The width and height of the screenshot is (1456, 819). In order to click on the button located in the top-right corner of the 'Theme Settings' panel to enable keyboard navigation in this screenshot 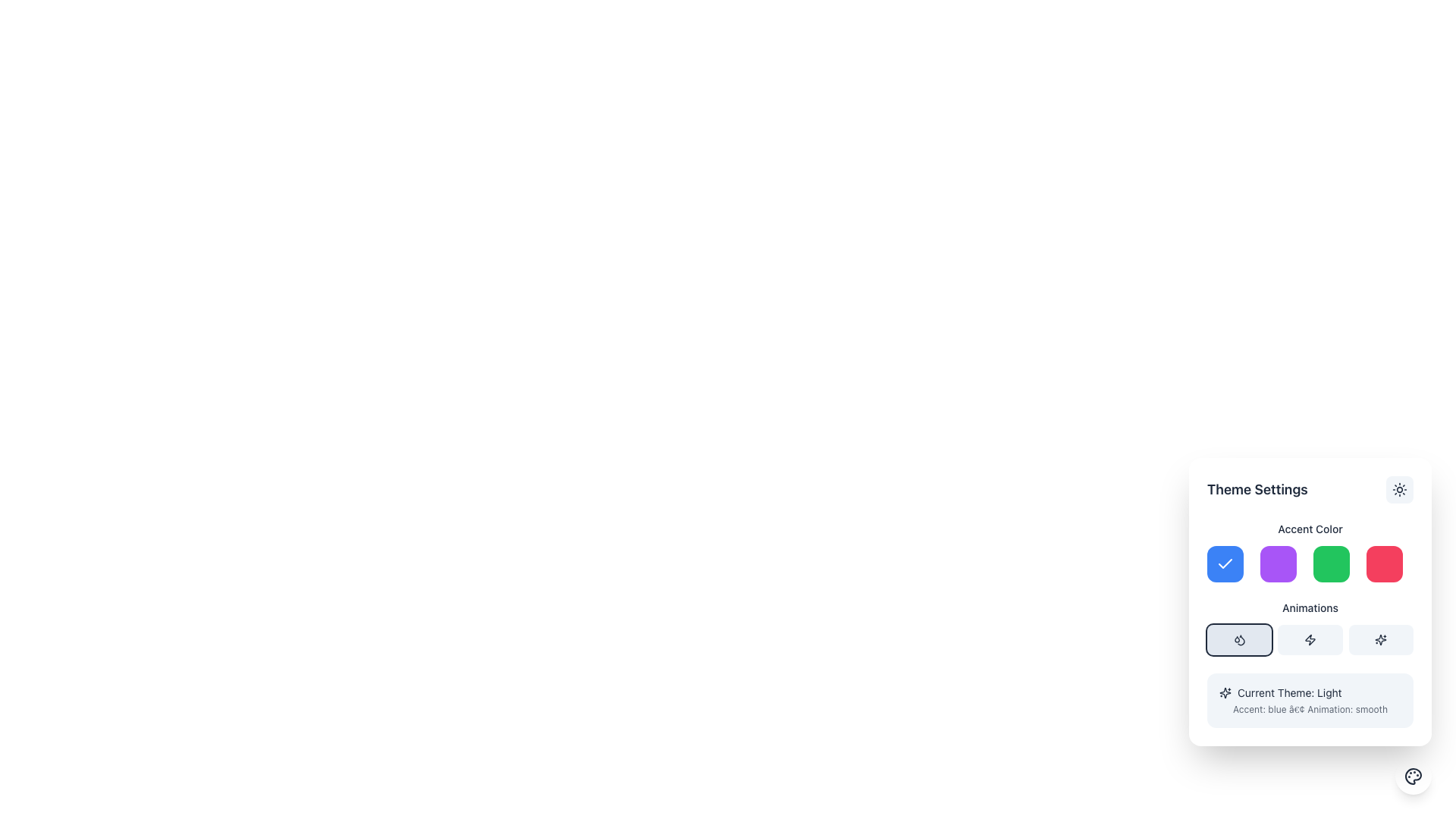, I will do `click(1399, 489)`.